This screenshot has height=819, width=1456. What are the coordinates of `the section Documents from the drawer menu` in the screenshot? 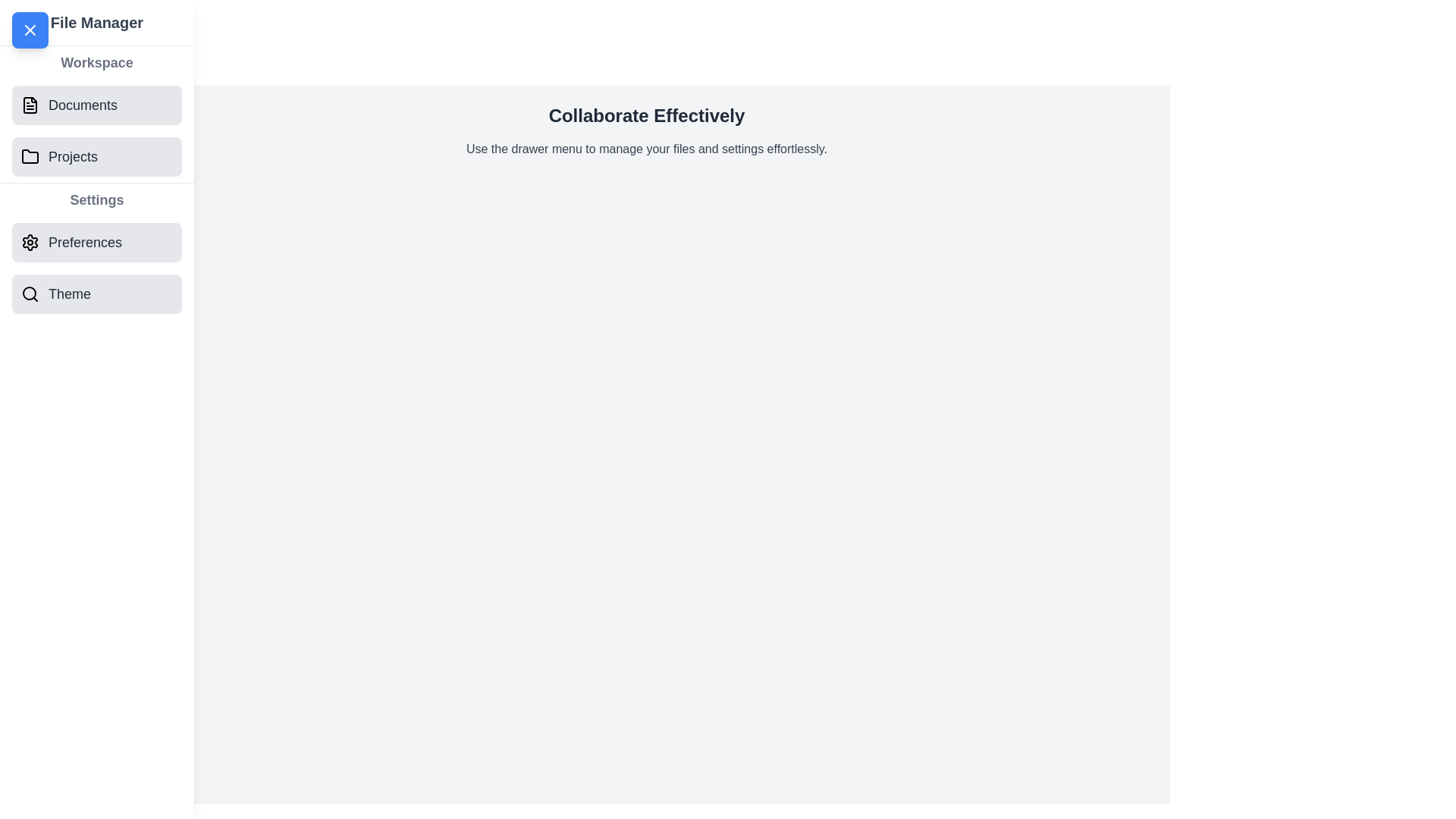 It's located at (96, 104).